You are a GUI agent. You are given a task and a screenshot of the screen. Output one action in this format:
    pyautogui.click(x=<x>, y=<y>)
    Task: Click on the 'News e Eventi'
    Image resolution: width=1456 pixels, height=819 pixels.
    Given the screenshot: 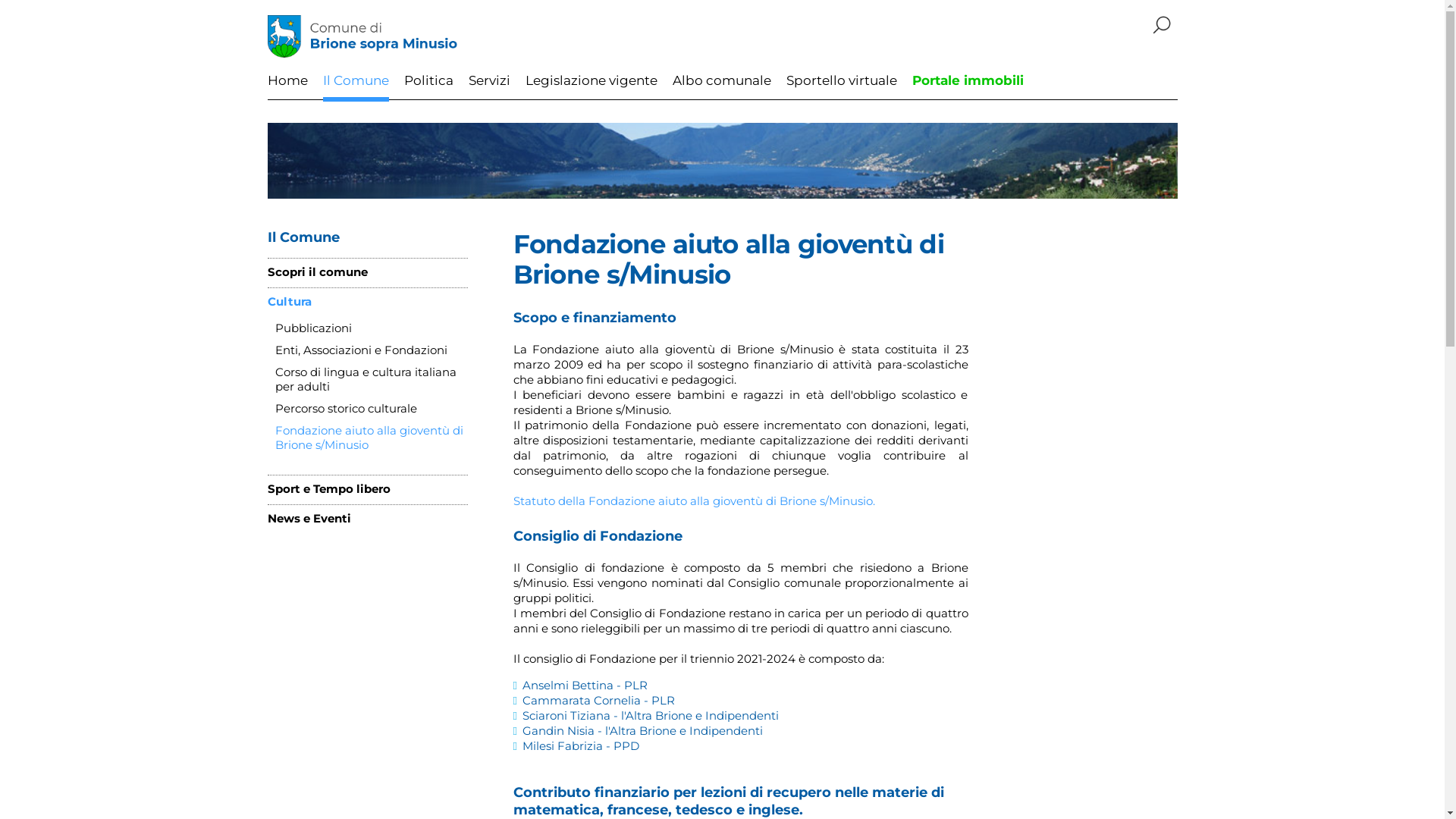 What is the action you would take?
    pyautogui.click(x=308, y=517)
    